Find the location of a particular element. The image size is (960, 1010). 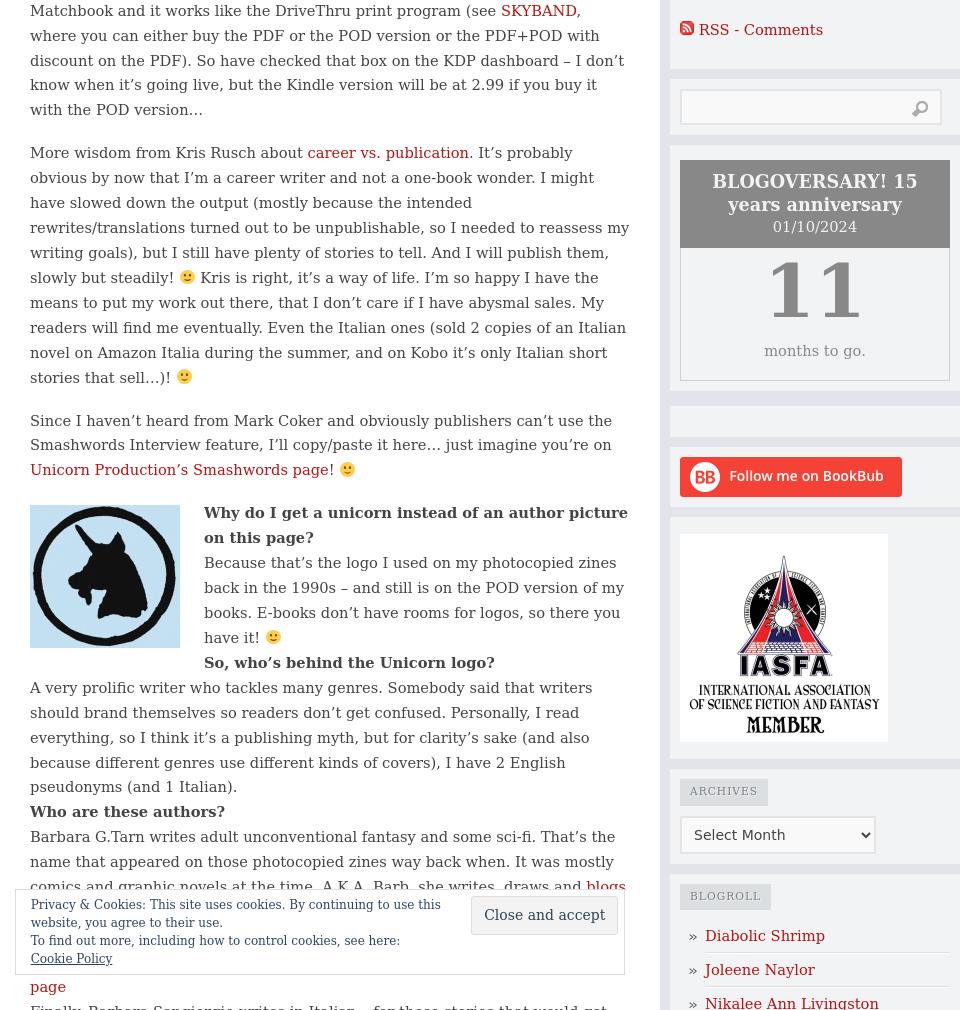

'!' is located at coordinates (333, 469).